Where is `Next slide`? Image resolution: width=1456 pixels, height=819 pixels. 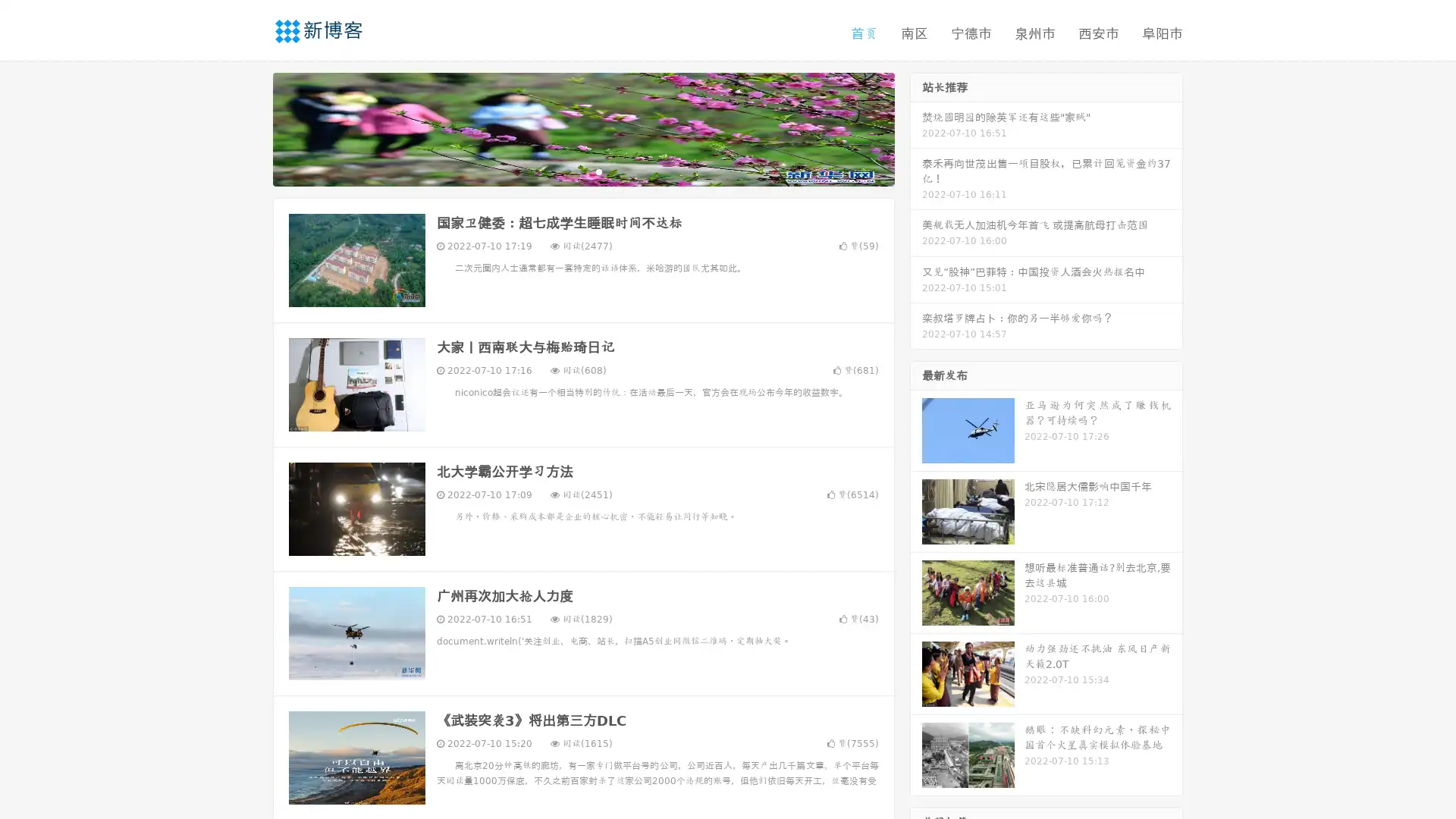
Next slide is located at coordinates (916, 127).